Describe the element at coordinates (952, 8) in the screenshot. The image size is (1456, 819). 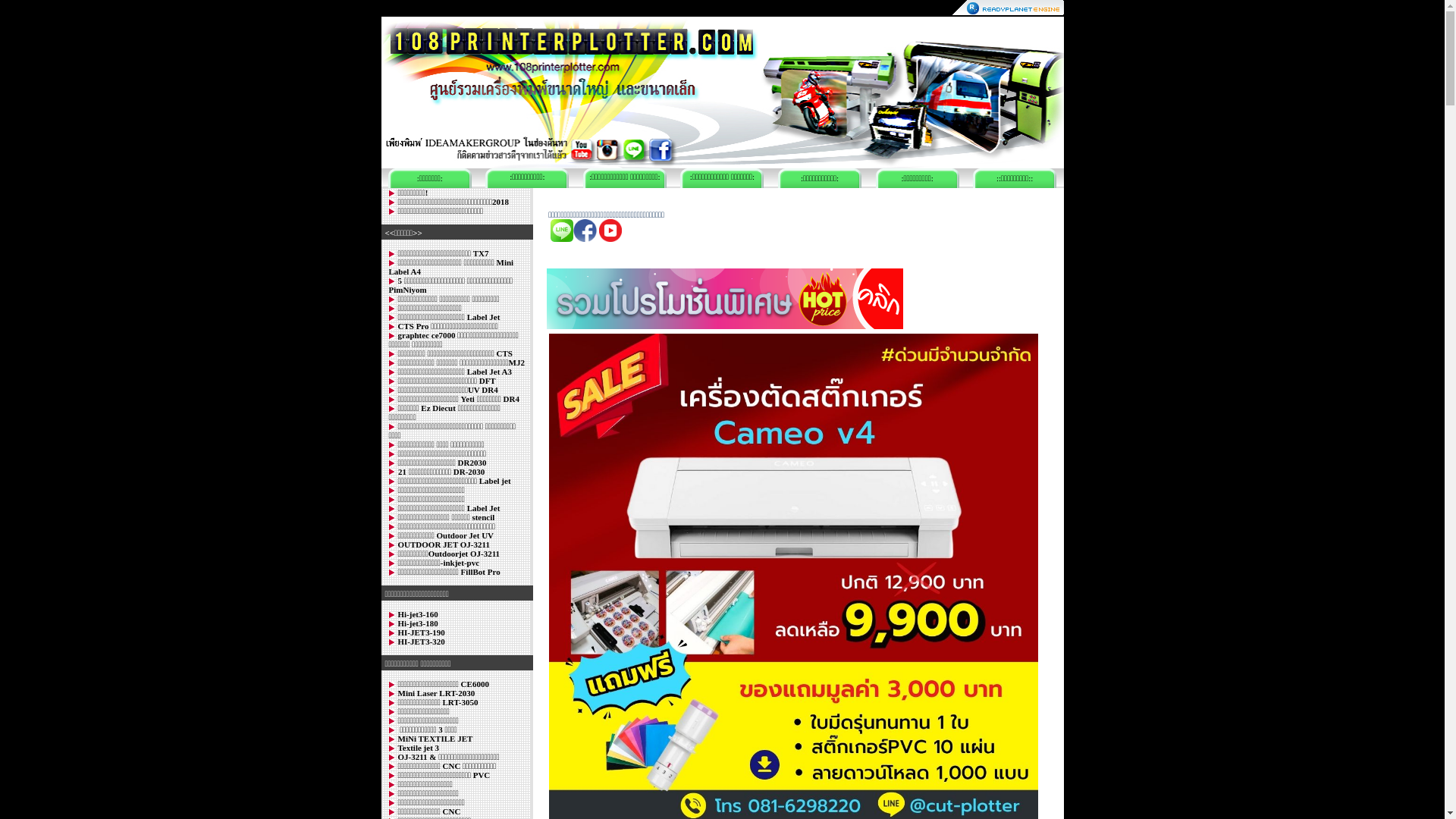
I see `'ReadyPlanet.com'` at that location.